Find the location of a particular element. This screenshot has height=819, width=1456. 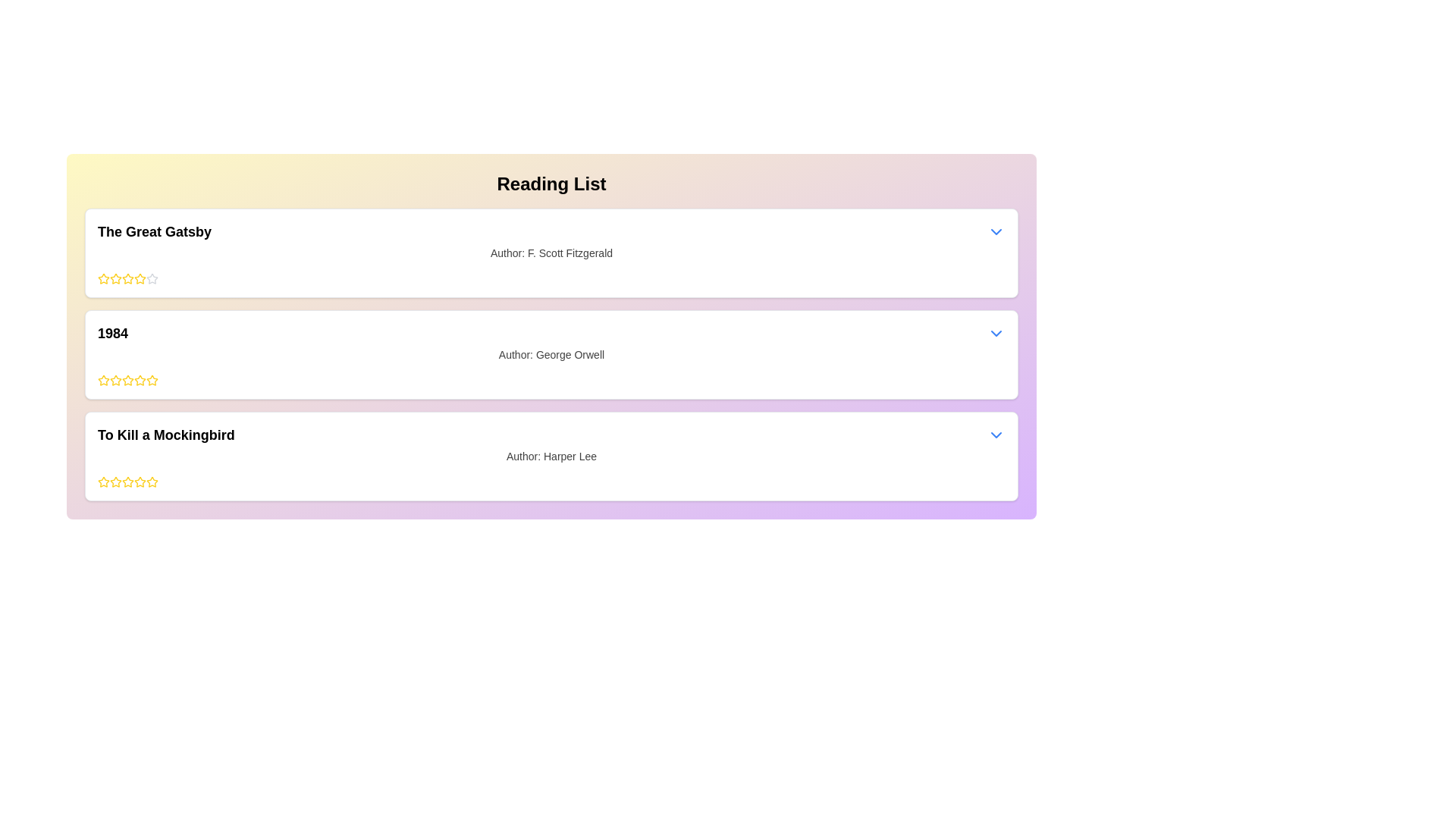

the sixth star icon in the star rating section under the third card for the book 'To Kill a Mockingbird' is located at coordinates (140, 482).